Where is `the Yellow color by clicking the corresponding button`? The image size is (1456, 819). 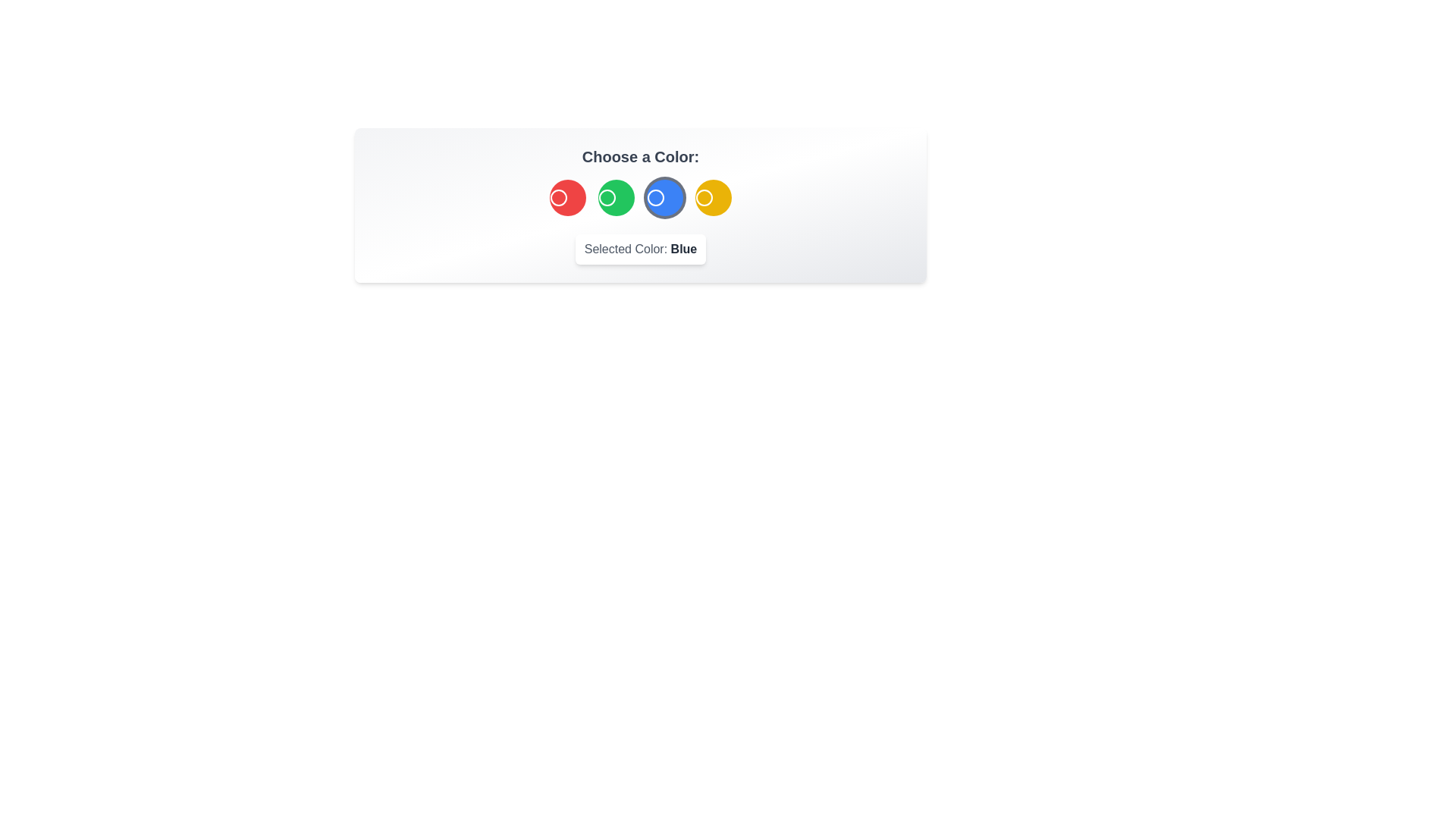
the Yellow color by clicking the corresponding button is located at coordinates (712, 197).